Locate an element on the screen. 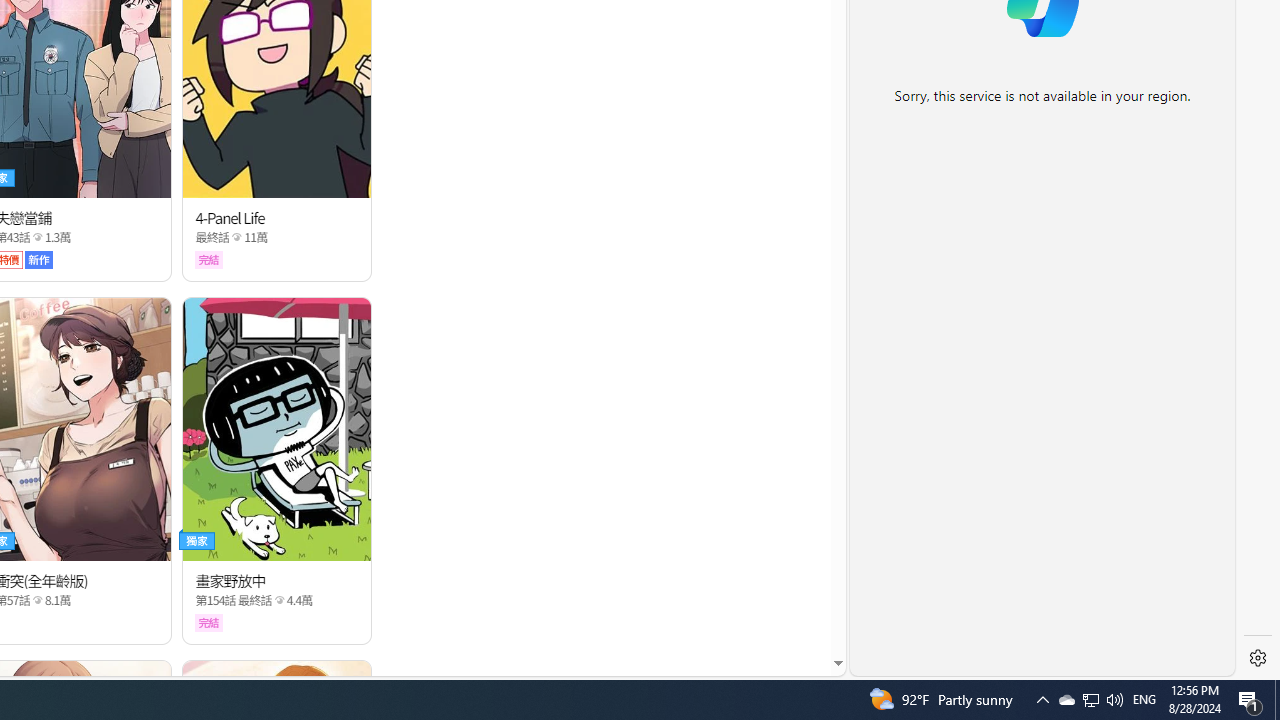 This screenshot has width=1280, height=720. 'Settings' is located at coordinates (1257, 658).